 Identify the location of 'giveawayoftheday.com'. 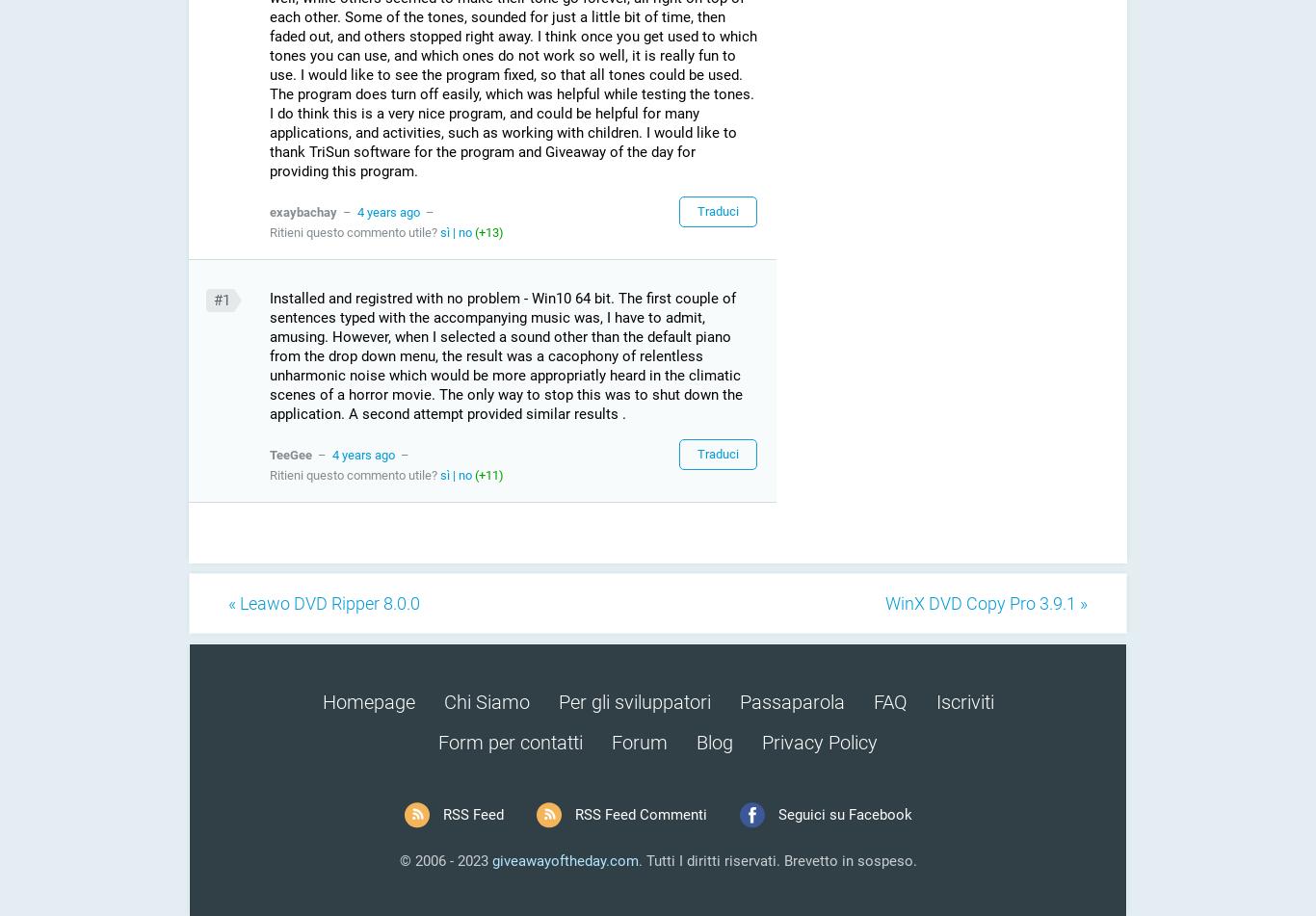
(564, 860).